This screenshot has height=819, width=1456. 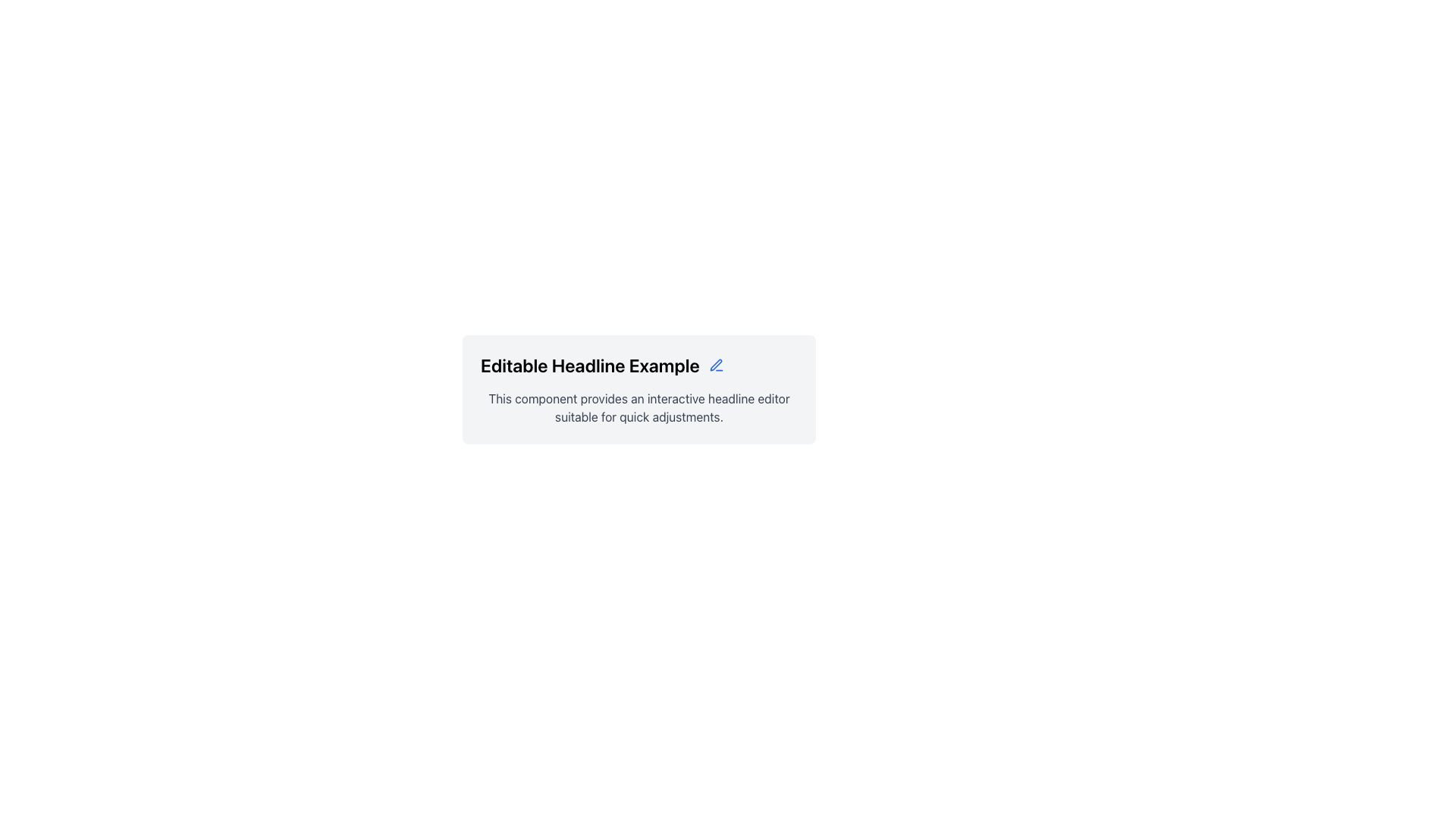 I want to click on the Icon Button located to the right of the 'Editable Headline Example' text, so click(x=715, y=366).